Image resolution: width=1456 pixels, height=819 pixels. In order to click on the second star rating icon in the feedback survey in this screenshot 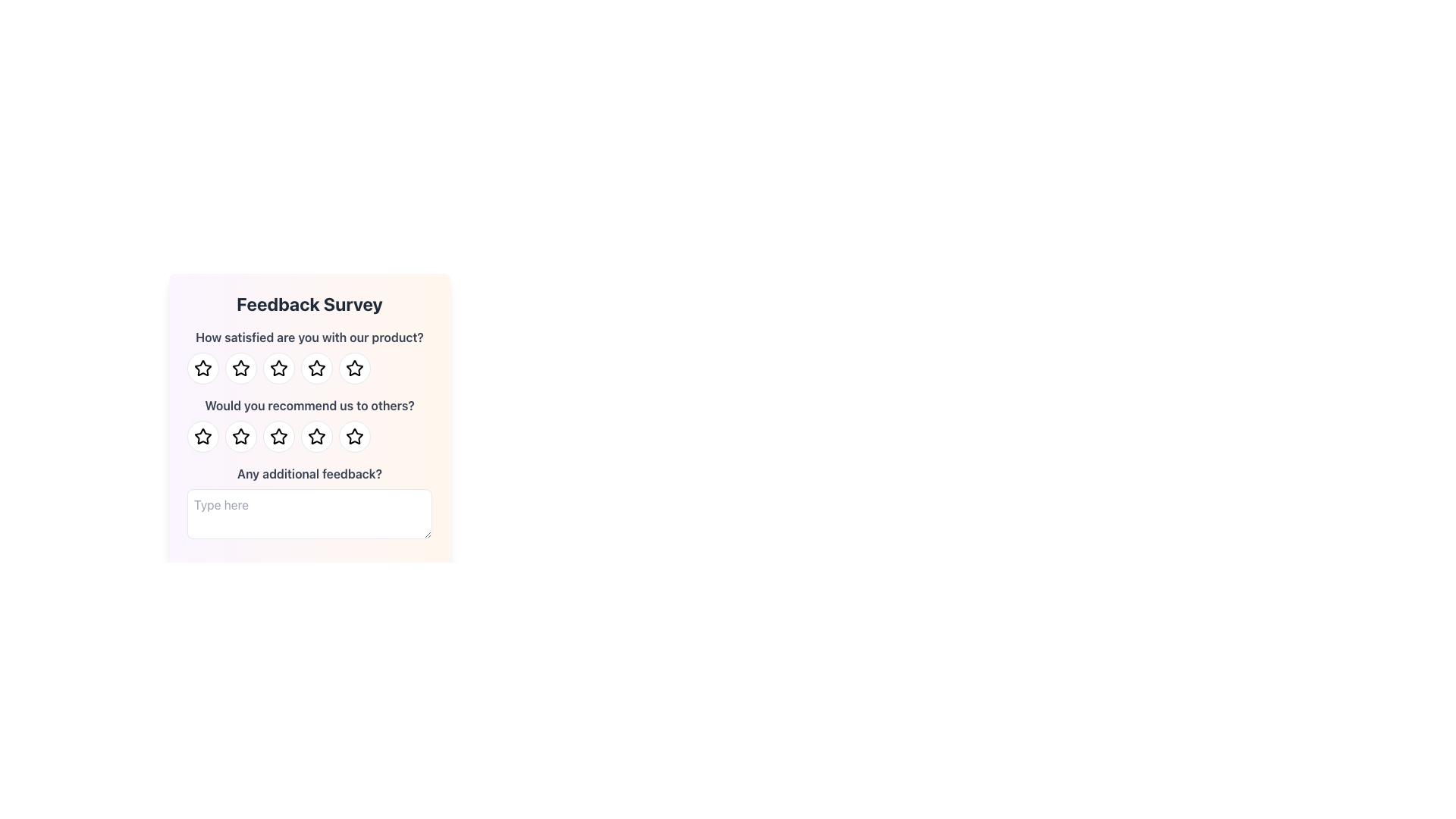, I will do `click(279, 368)`.